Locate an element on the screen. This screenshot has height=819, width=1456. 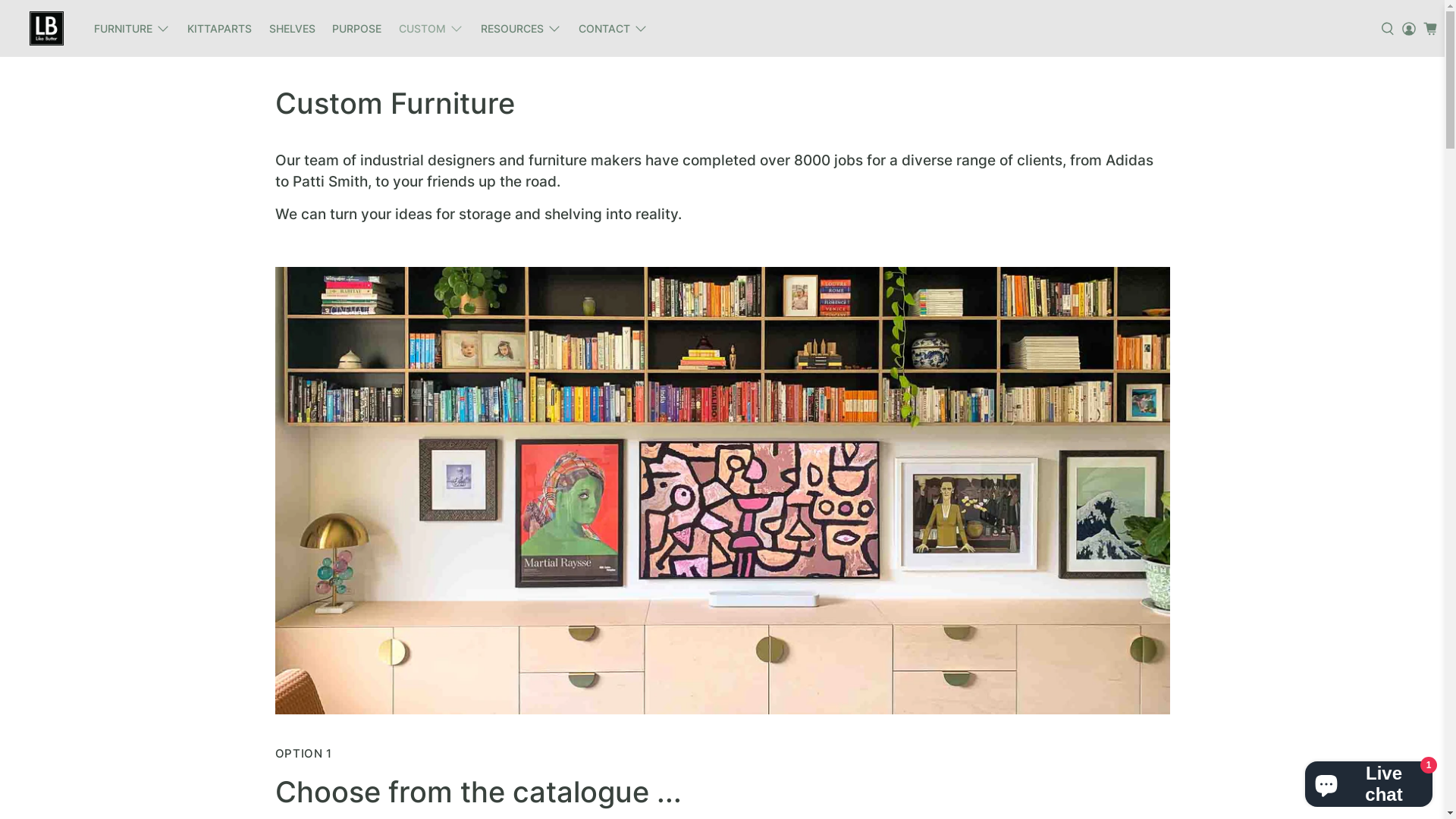
'FURNITURE' is located at coordinates (131, 28).